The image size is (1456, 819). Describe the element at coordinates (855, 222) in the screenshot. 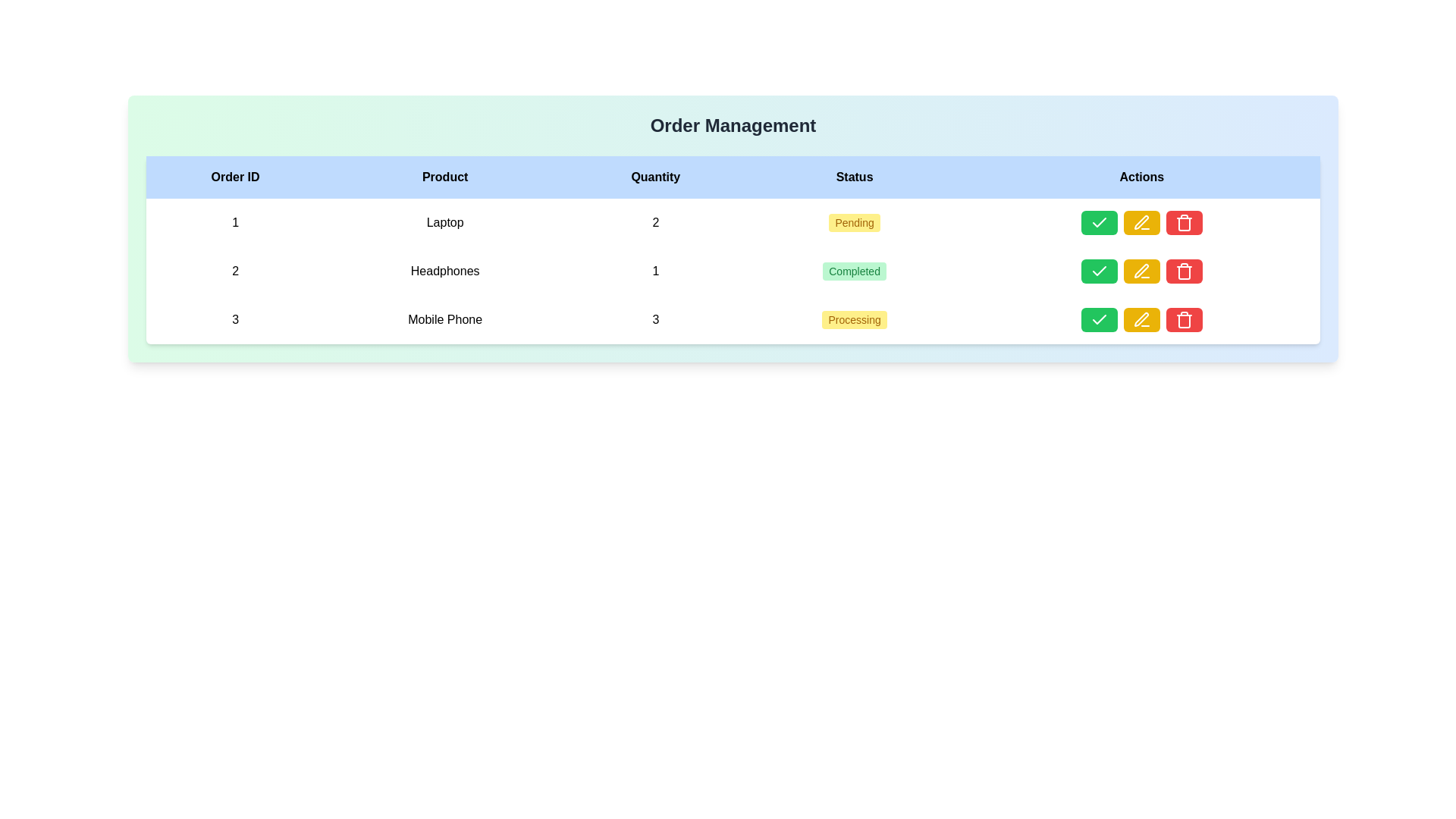

I see `the 'Pending' badge with a yellow background located in the 'Status' column of the first row in the 'Order Management' section` at that location.